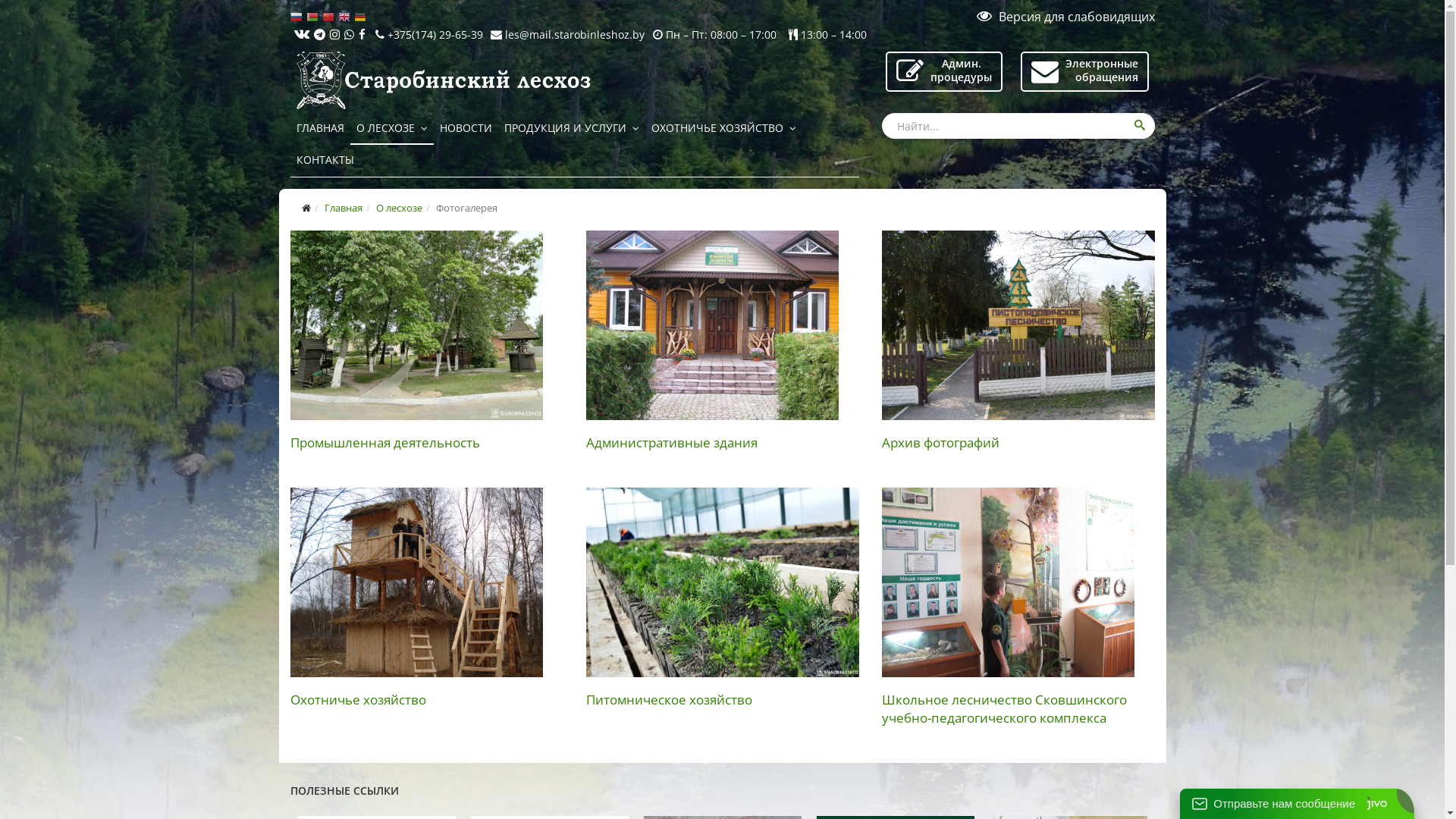 Image resolution: width=1456 pixels, height=819 pixels. I want to click on 'English', so click(345, 16).